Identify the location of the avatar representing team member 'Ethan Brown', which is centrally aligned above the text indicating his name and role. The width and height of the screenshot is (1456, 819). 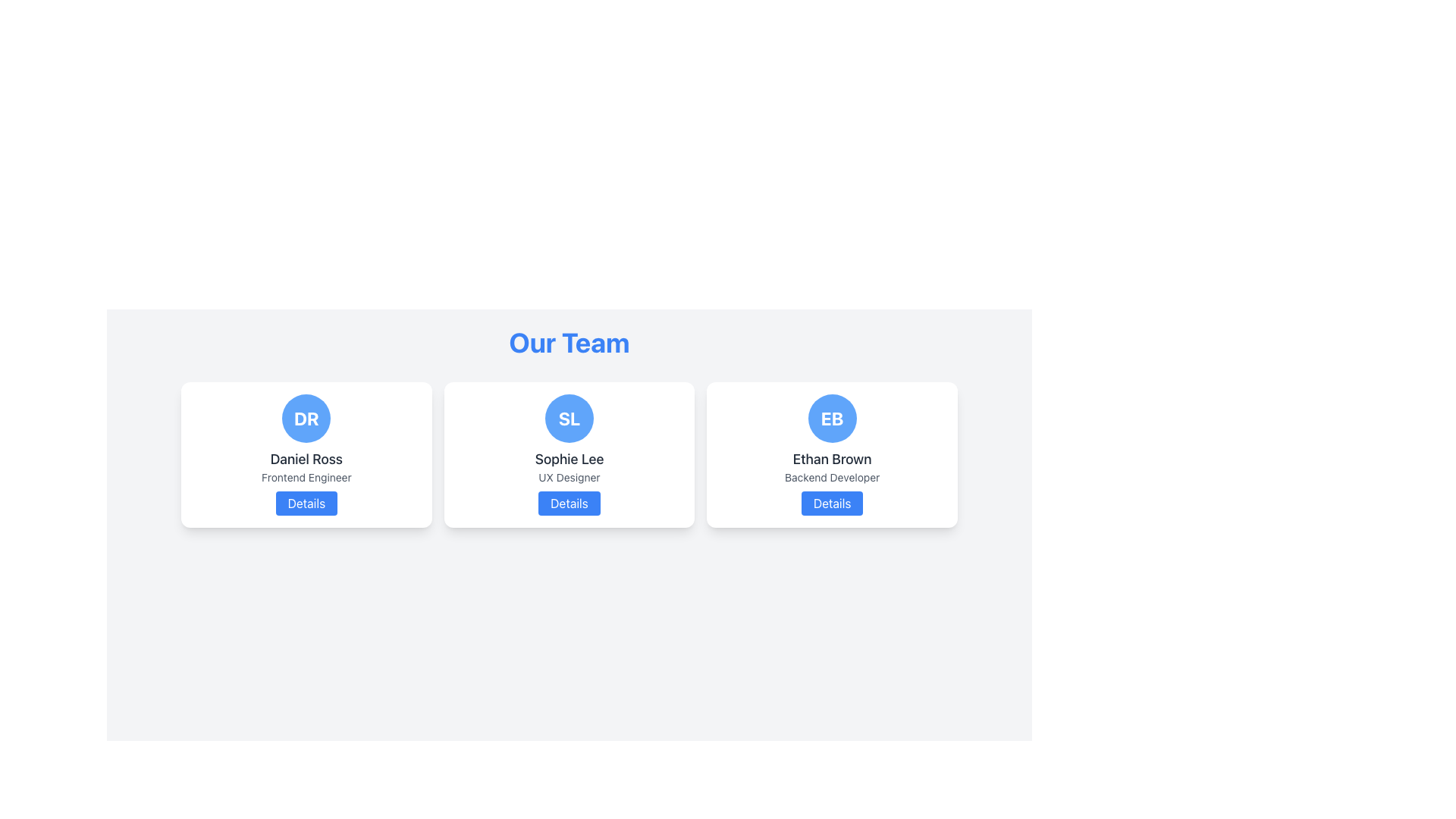
(831, 418).